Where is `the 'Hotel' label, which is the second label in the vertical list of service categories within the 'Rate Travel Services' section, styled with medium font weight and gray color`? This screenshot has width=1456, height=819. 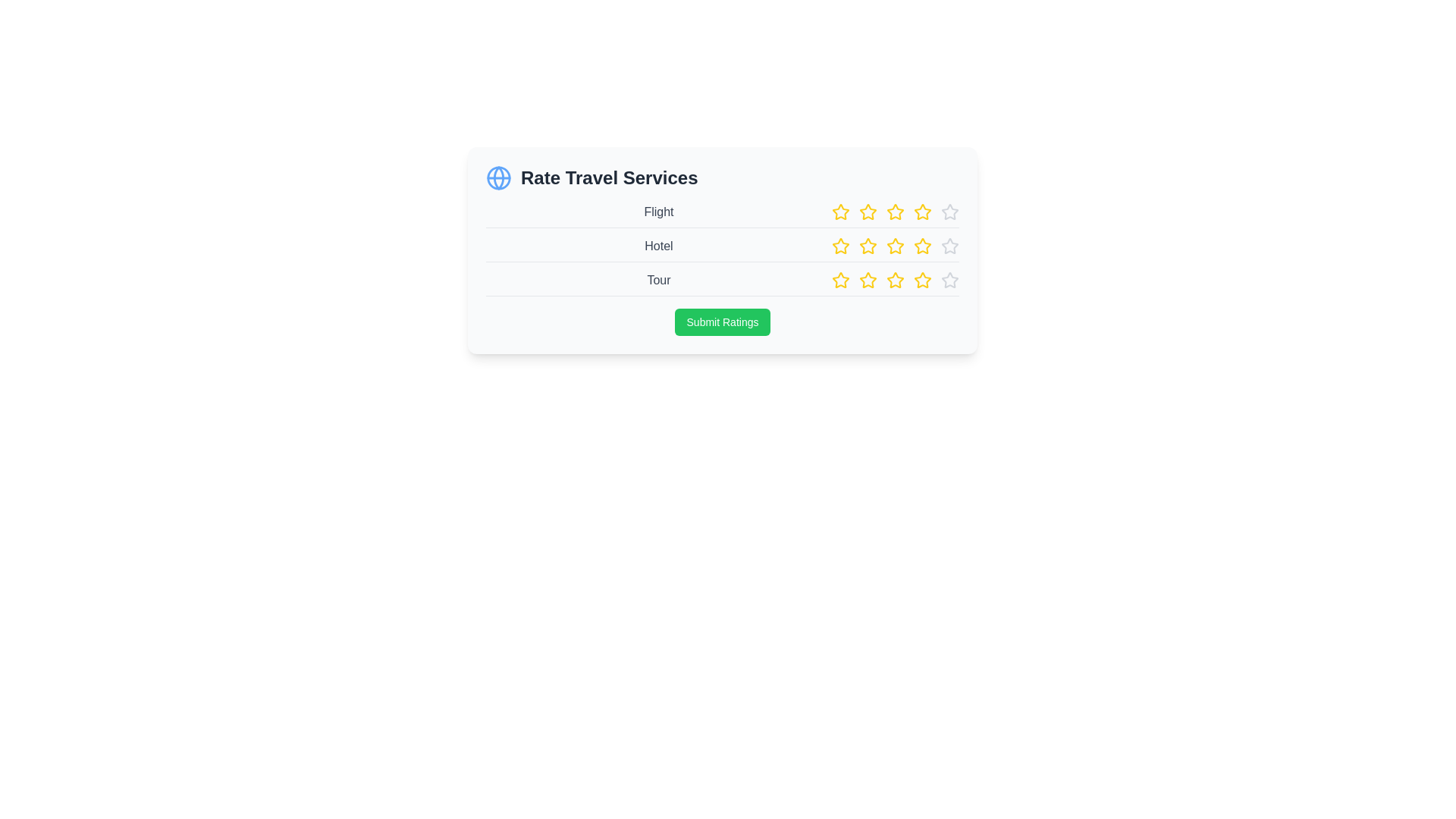
the 'Hotel' label, which is the second label in the vertical list of service categories within the 'Rate Travel Services' section, styled with medium font weight and gray color is located at coordinates (658, 245).